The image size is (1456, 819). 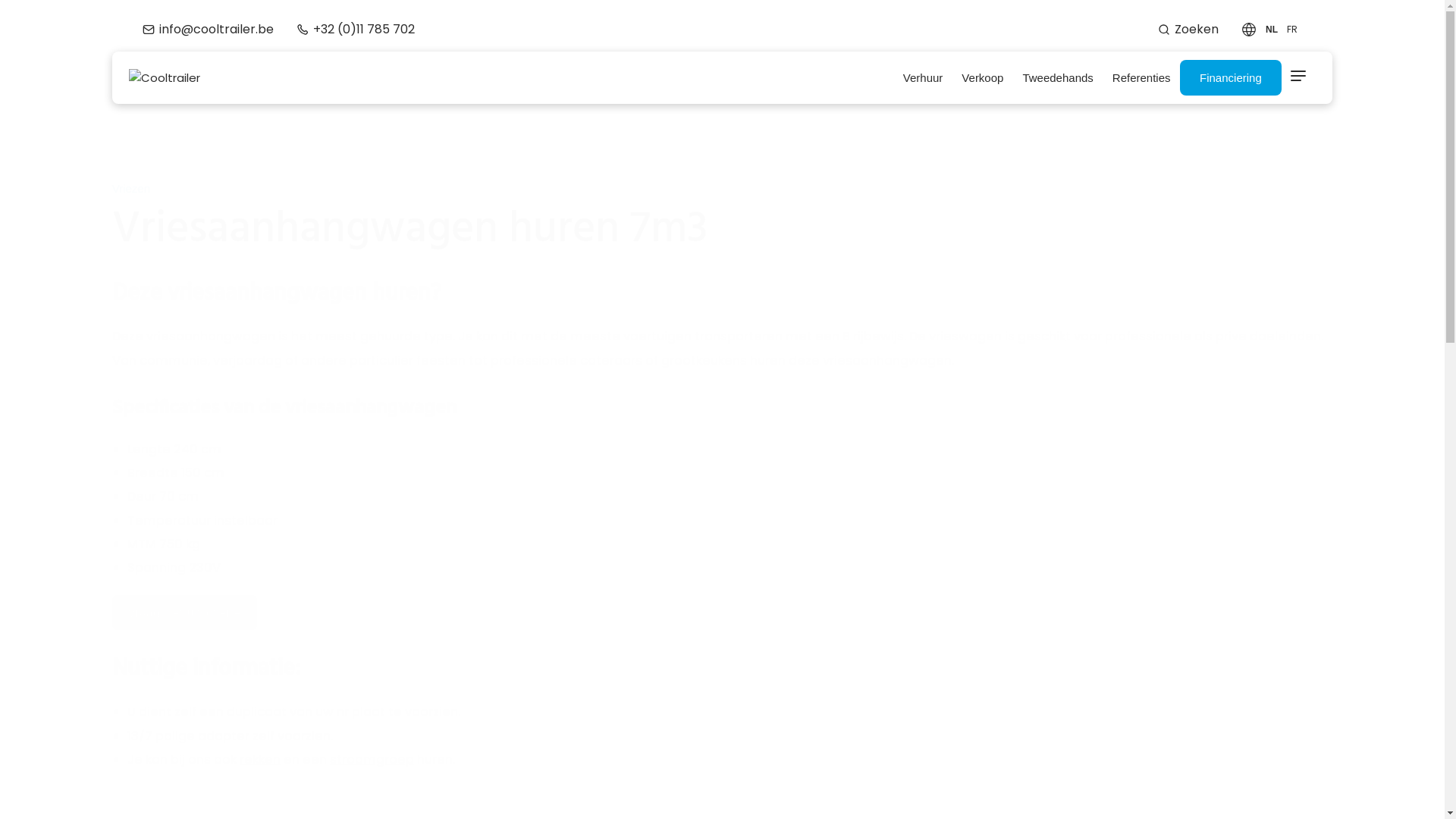 I want to click on 'Verkoop', so click(x=983, y=78).